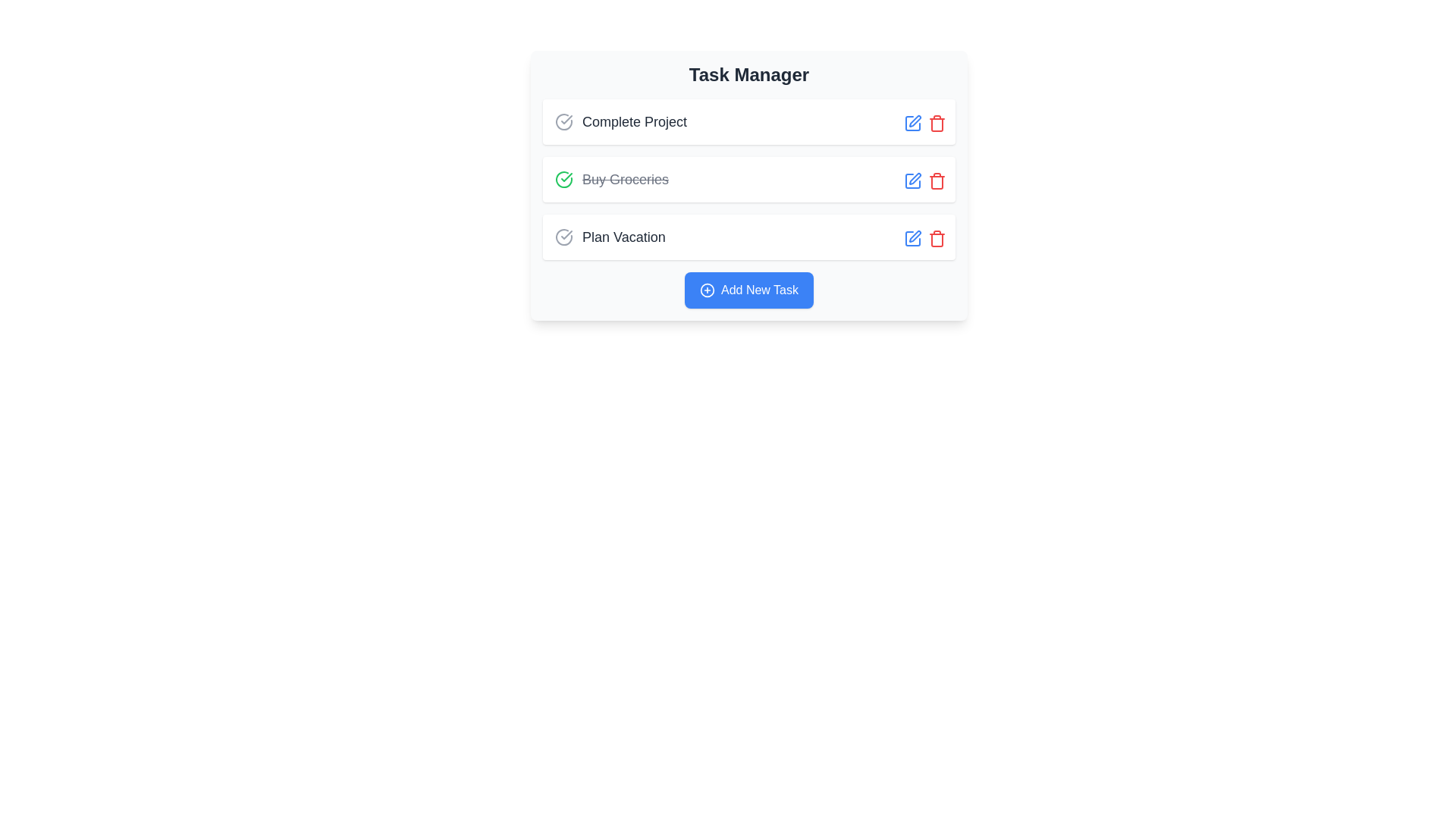 This screenshot has width=1456, height=819. Describe the element at coordinates (923, 178) in the screenshot. I see `the Action Button Group located in the middle of the 'Buy Groceries' task entry row` at that location.